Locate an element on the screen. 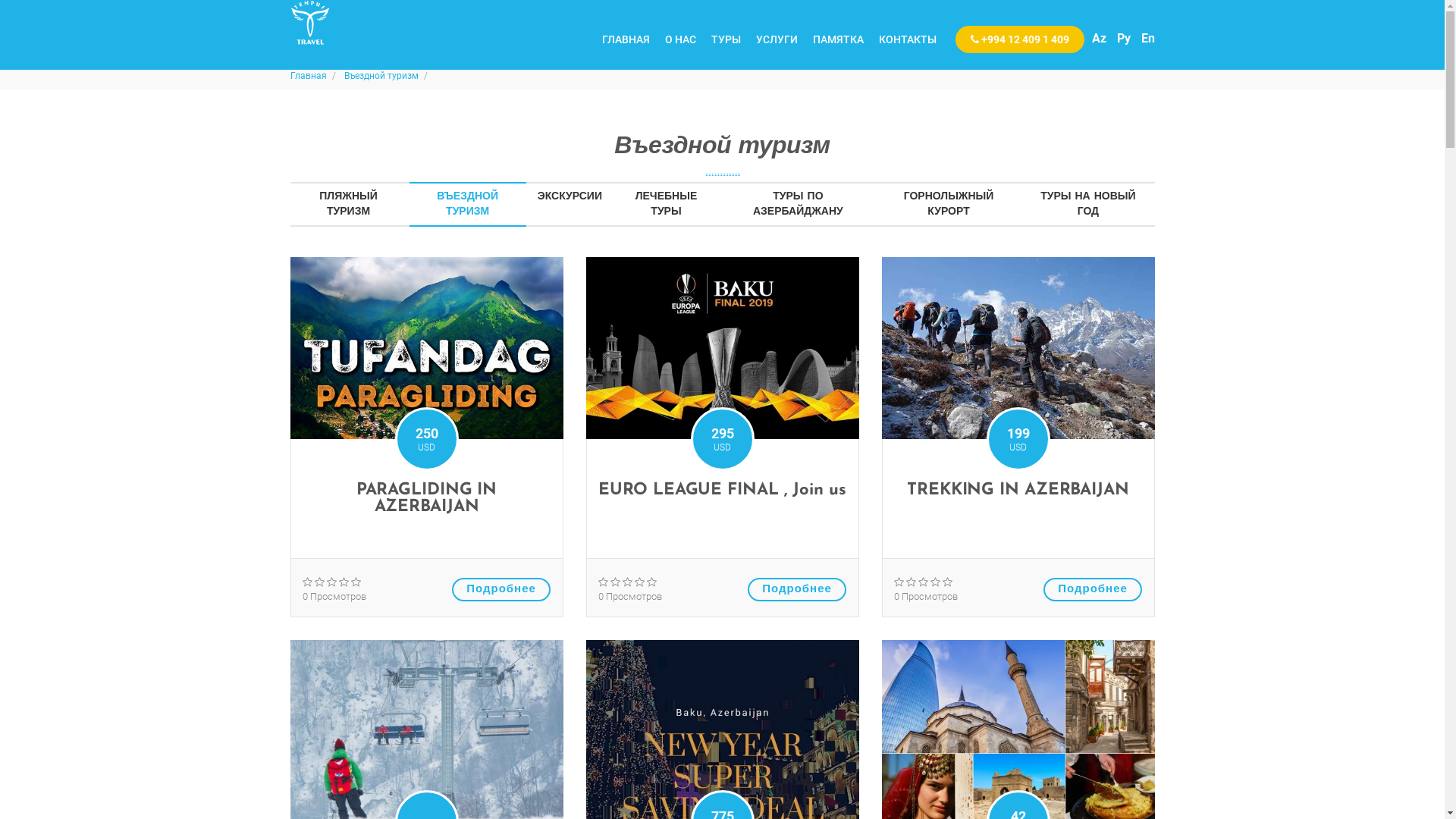 This screenshot has height=819, width=1456. 'En' is located at coordinates (1140, 37).